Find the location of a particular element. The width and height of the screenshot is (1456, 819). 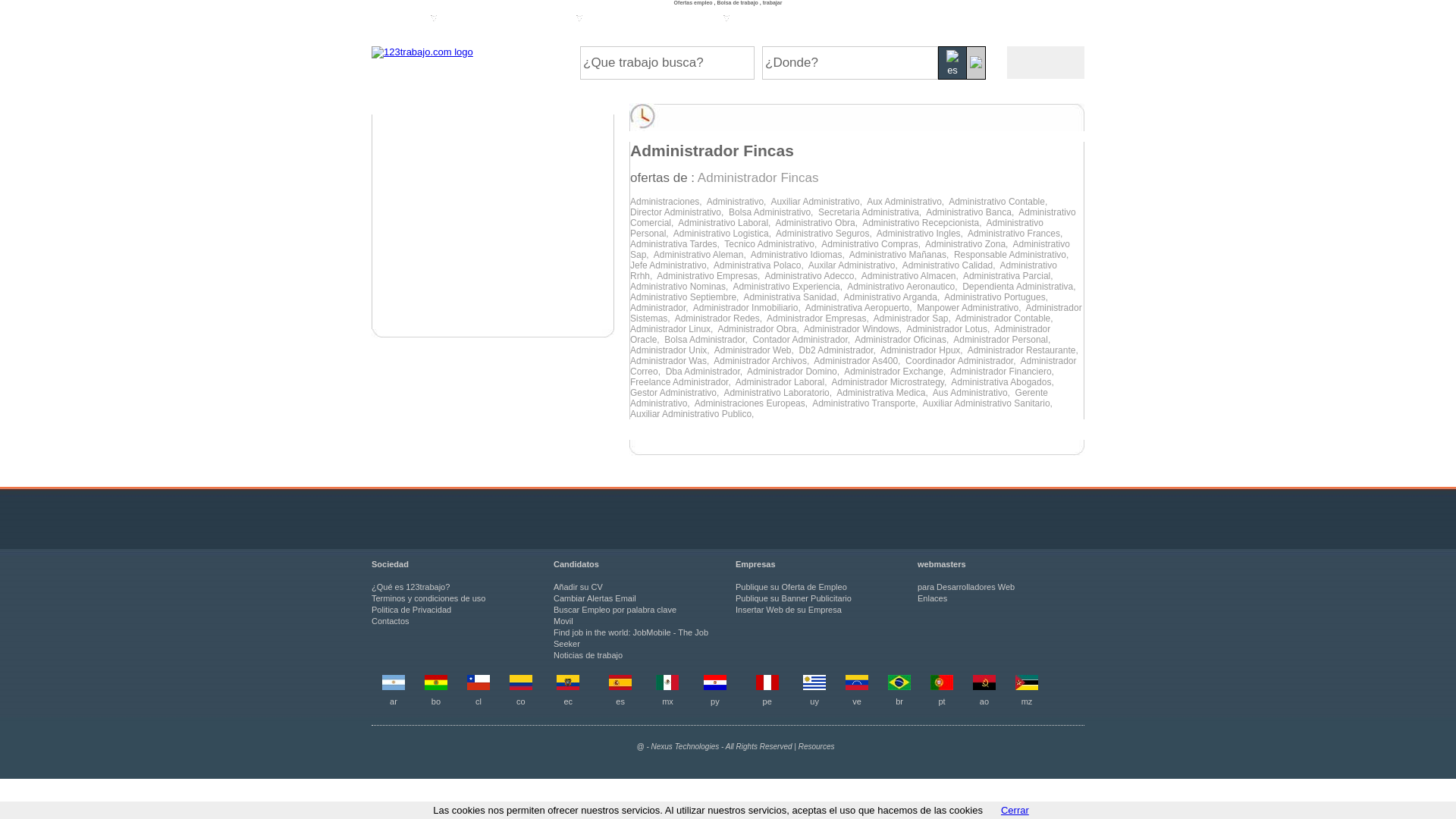

'Politica de Privacidad' is located at coordinates (411, 608).